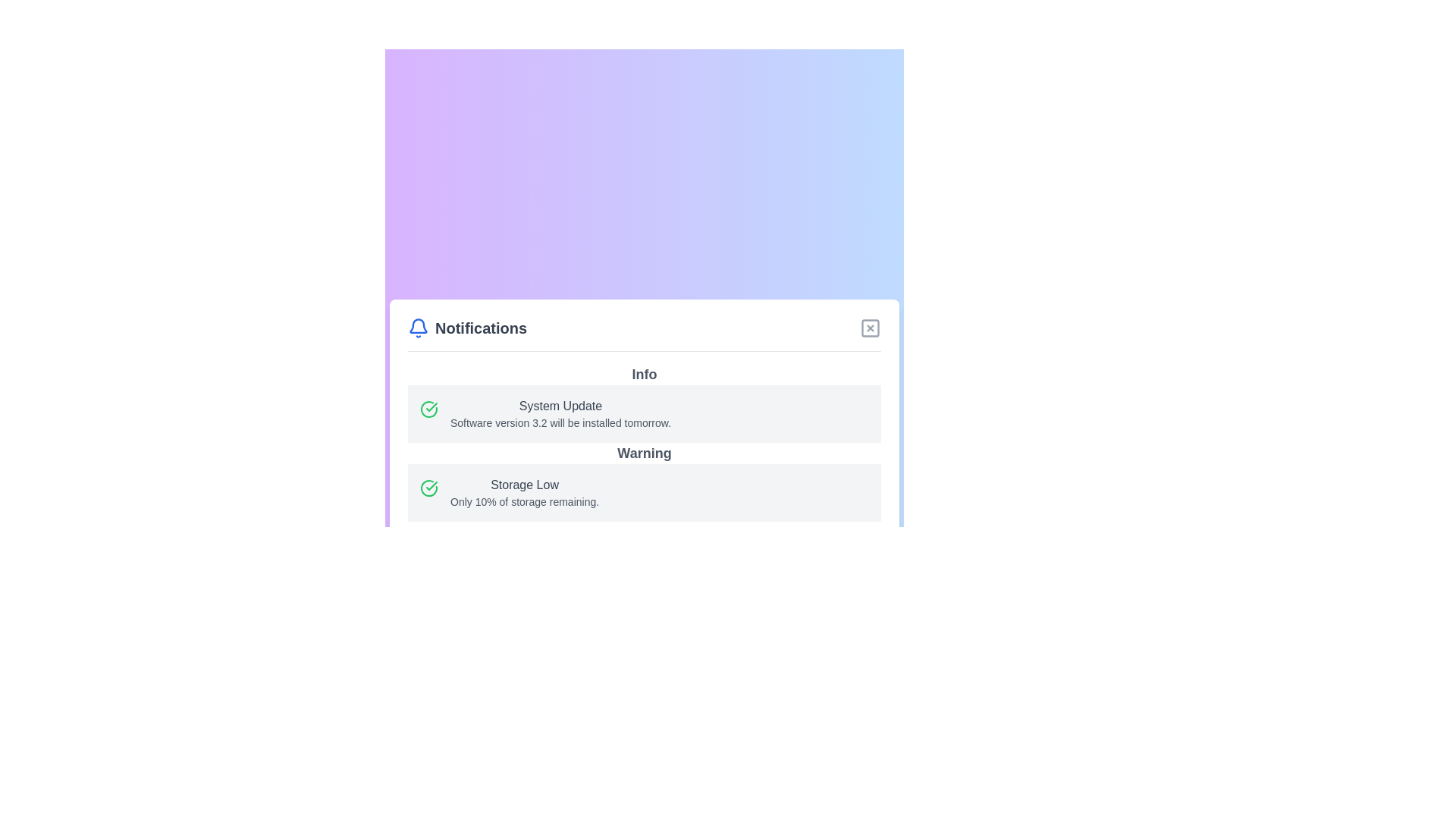 Image resolution: width=1456 pixels, height=819 pixels. What do you see at coordinates (644, 452) in the screenshot?
I see `the text label displaying 'Warning' in a bold and capitalized format, which is centrally positioned within the notification panel` at bounding box center [644, 452].